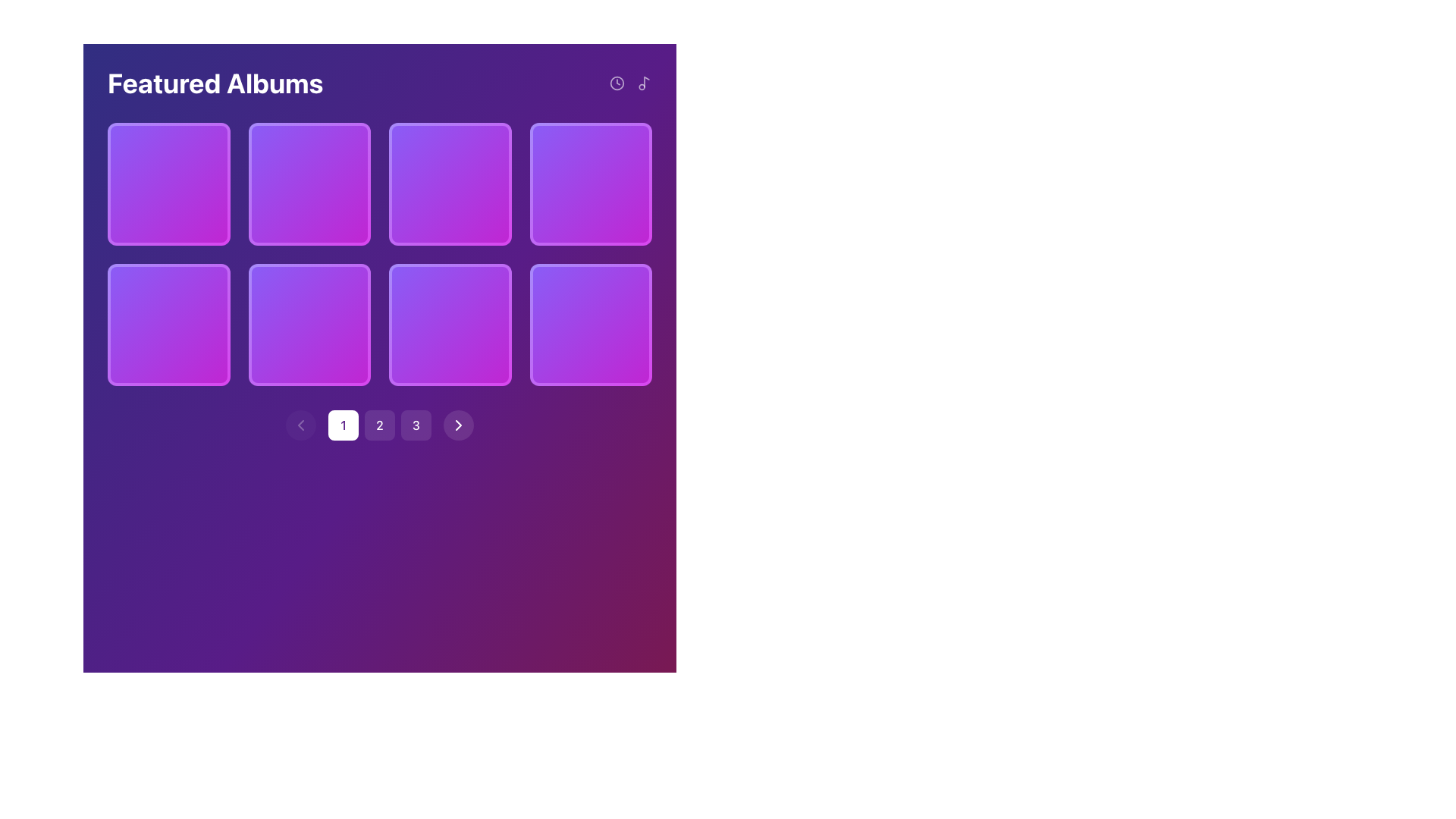  Describe the element at coordinates (310, 324) in the screenshot. I see `the play button icon located in the second row, third column of the grid` at that location.